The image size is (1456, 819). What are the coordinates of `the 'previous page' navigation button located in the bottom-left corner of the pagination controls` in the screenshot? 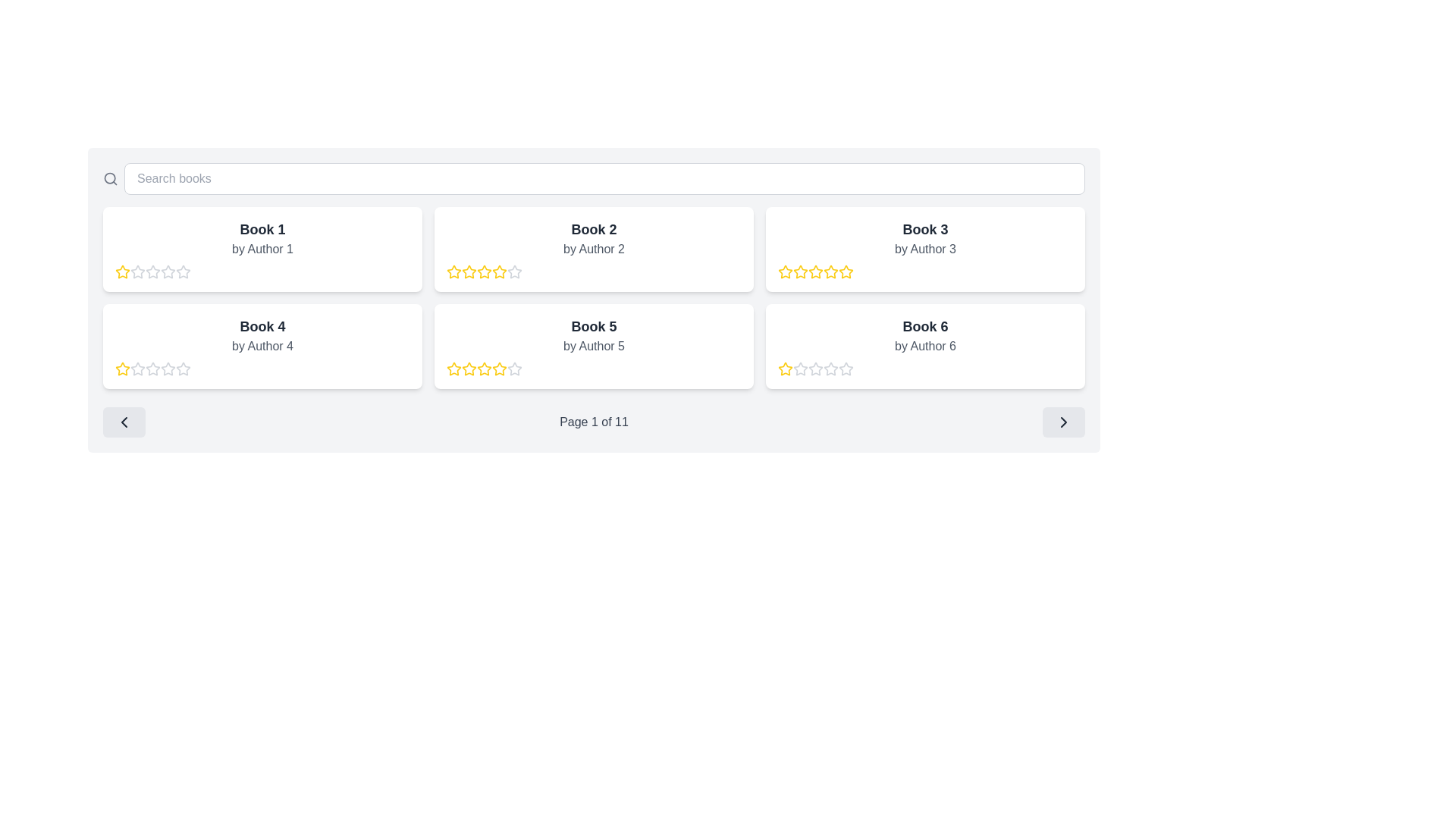 It's located at (124, 422).